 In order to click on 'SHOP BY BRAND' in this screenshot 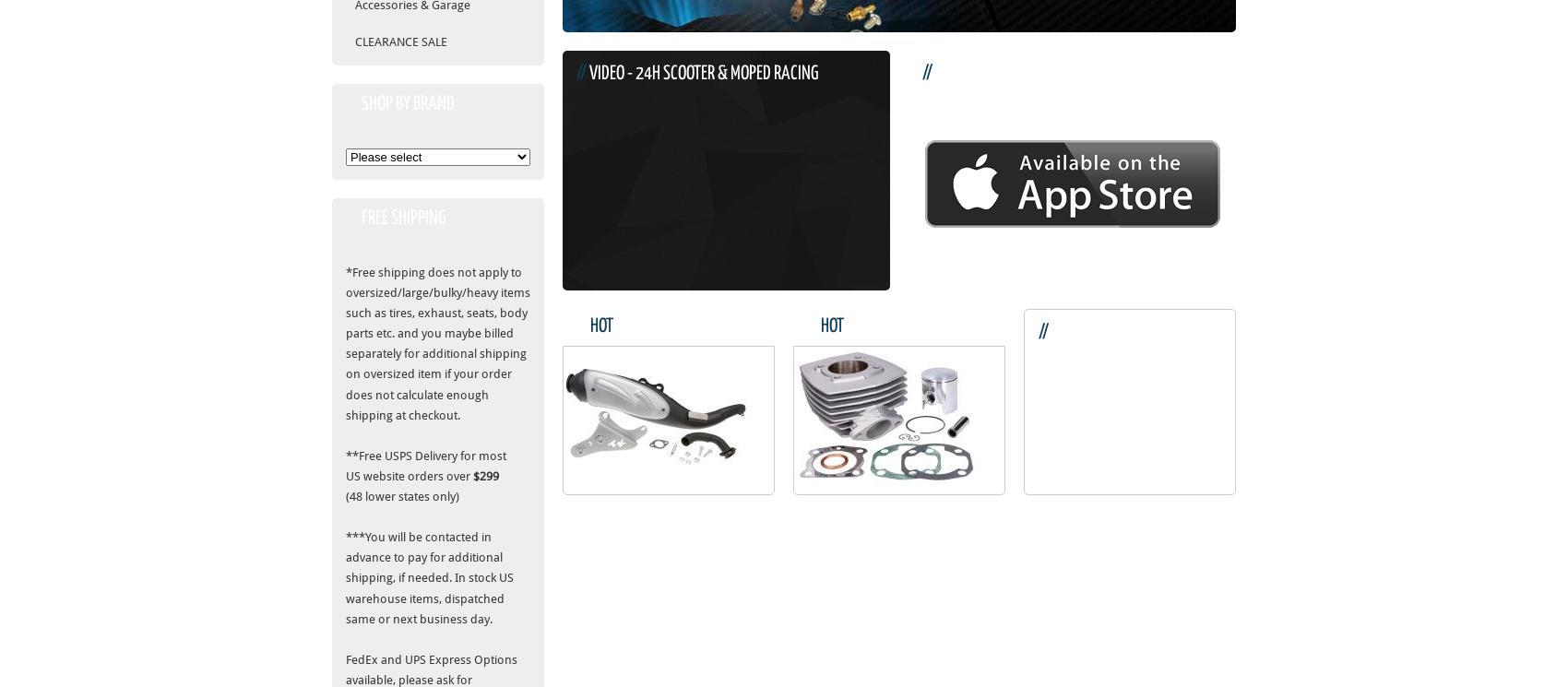, I will do `click(408, 103)`.